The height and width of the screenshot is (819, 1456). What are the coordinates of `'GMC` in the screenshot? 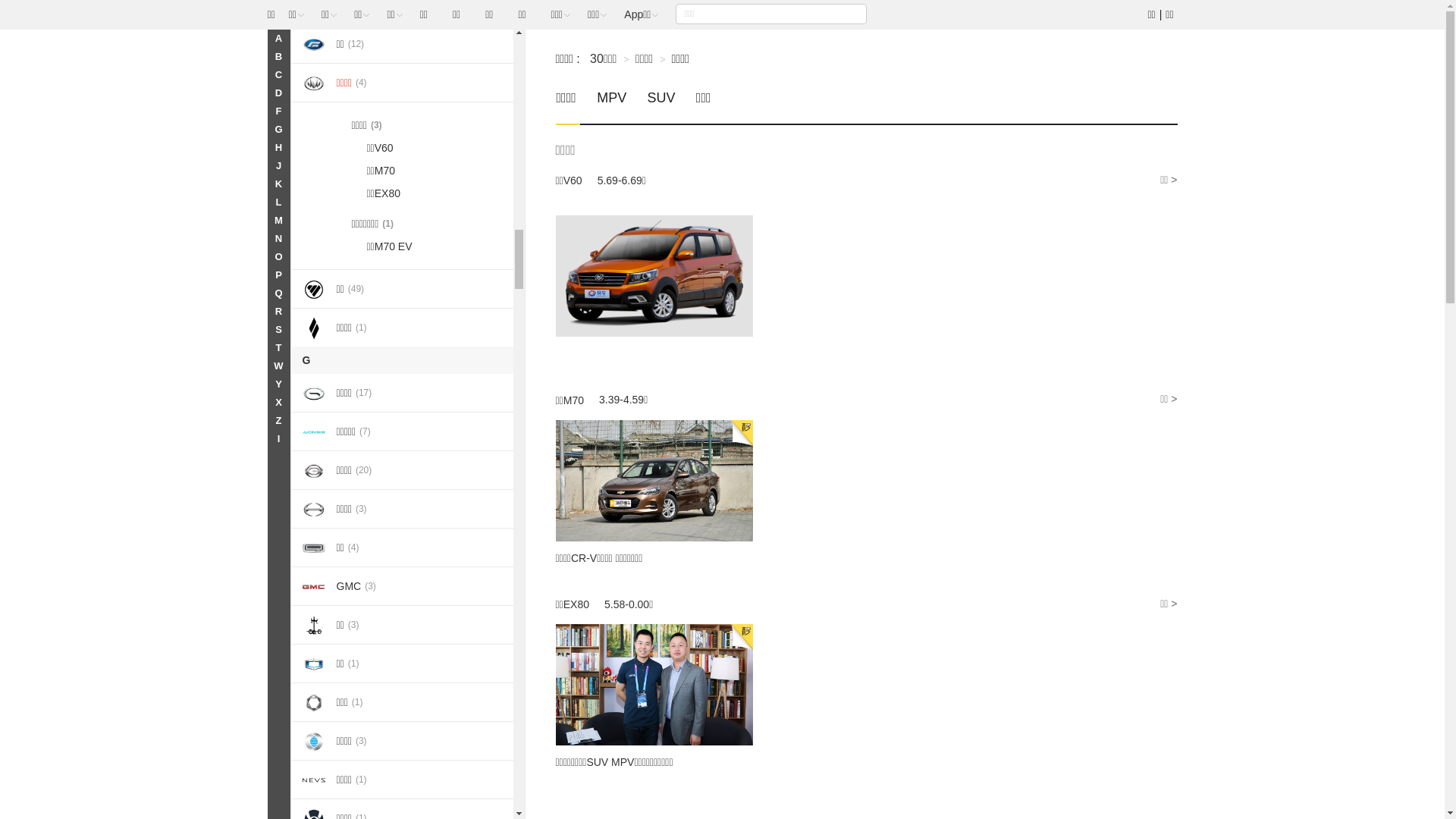 It's located at (402, 585).